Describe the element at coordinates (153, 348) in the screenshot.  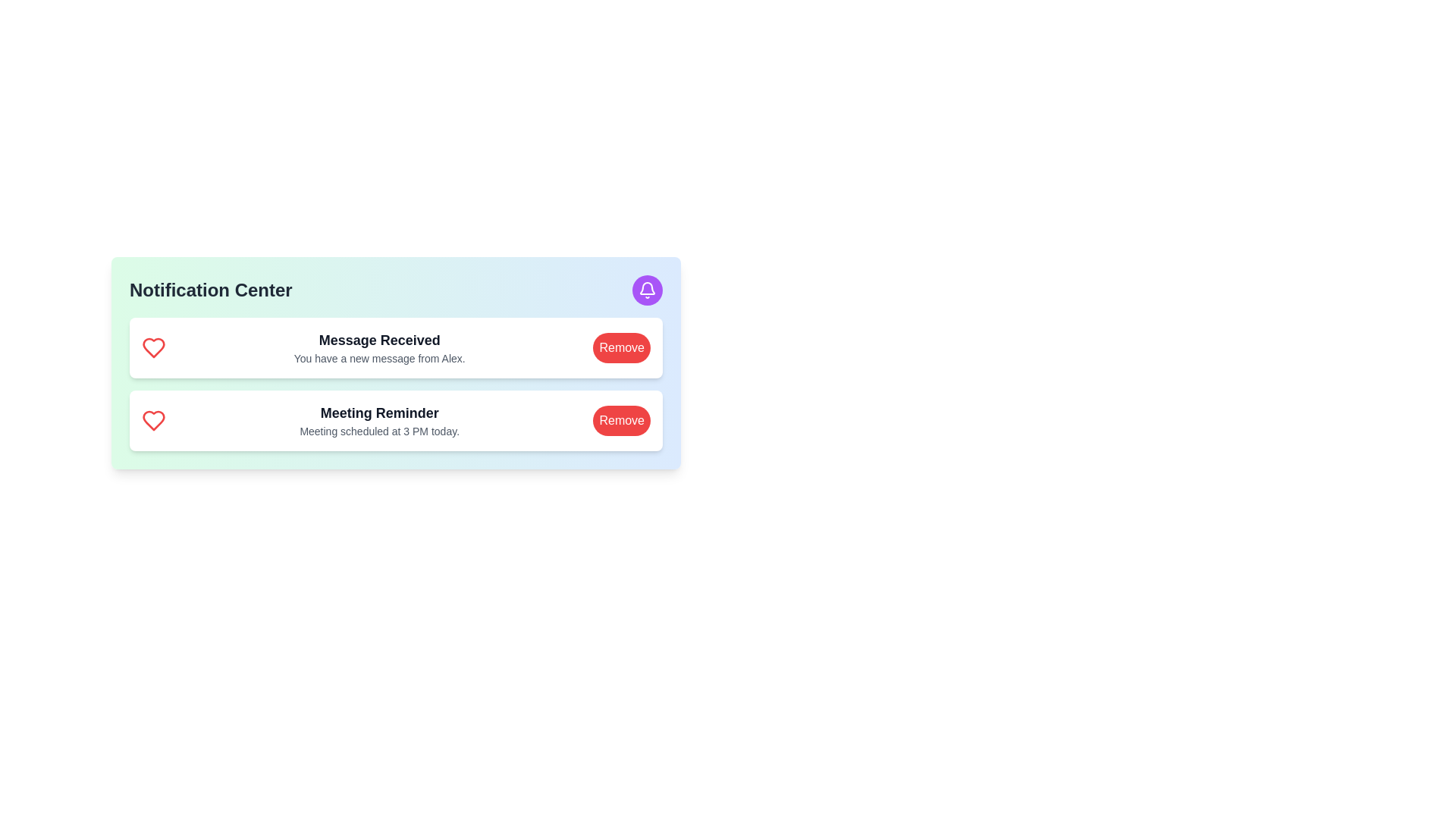
I see `the heart icon located in the second notification entry of the list, which indicates a love or favorite theme and is positioned directly to the left of the 'Meeting Reminder' title` at that location.